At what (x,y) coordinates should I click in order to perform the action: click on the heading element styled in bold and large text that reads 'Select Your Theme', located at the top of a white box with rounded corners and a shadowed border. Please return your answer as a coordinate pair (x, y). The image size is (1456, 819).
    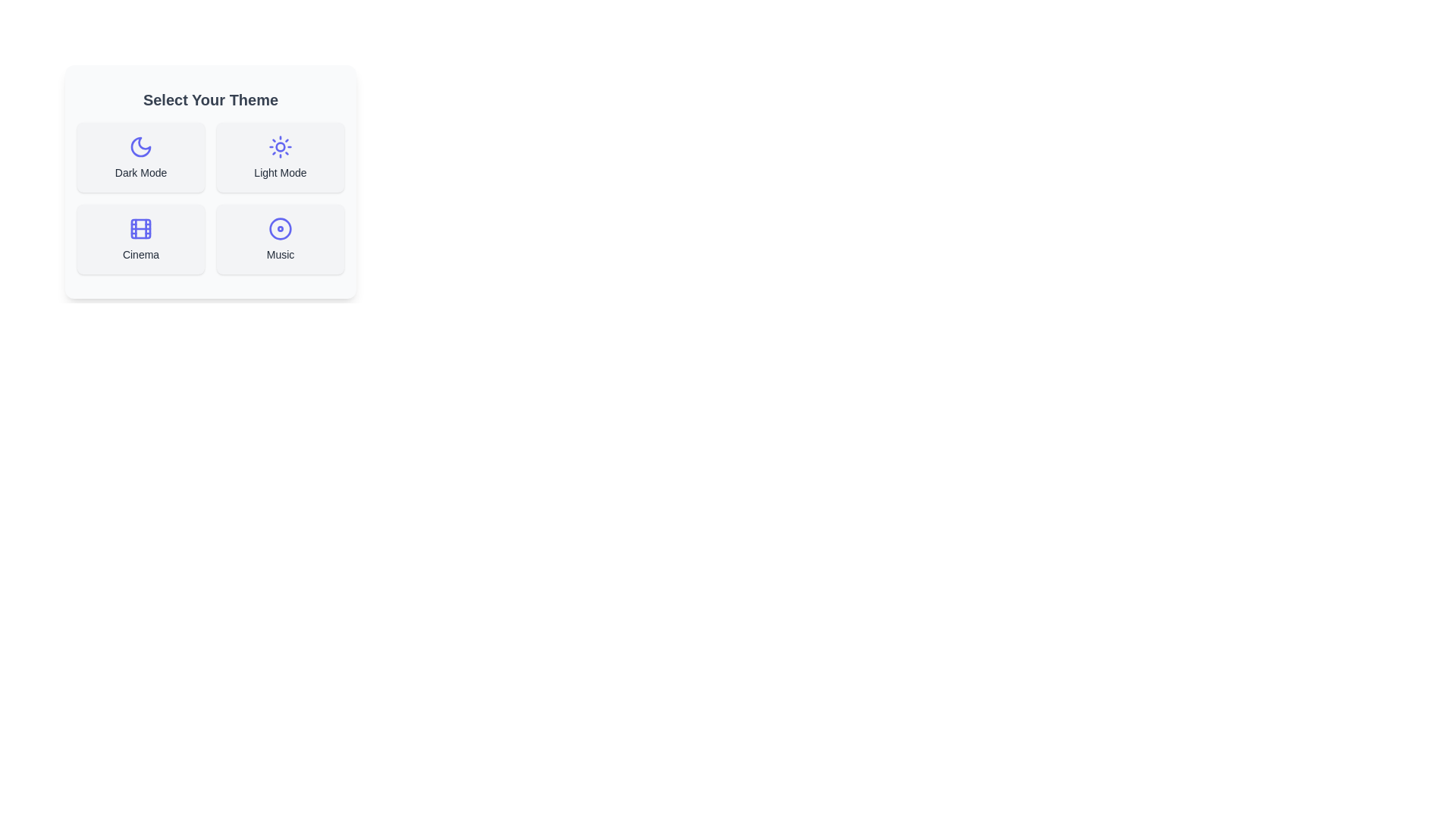
    Looking at the image, I should click on (210, 99).